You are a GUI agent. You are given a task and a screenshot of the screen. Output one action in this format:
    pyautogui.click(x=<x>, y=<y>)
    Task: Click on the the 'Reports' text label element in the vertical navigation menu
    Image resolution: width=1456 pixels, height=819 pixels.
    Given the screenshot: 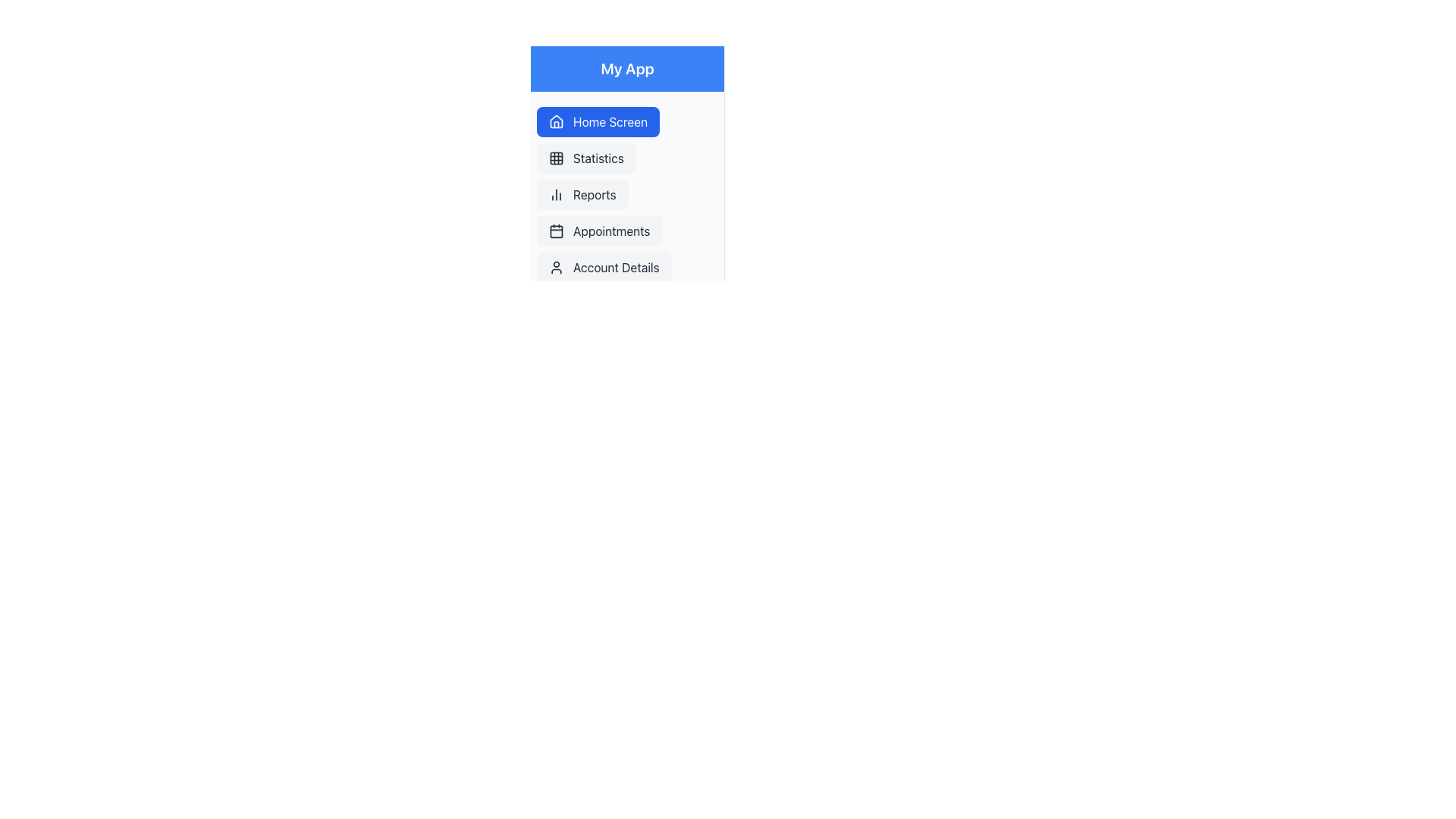 What is the action you would take?
    pyautogui.click(x=594, y=194)
    